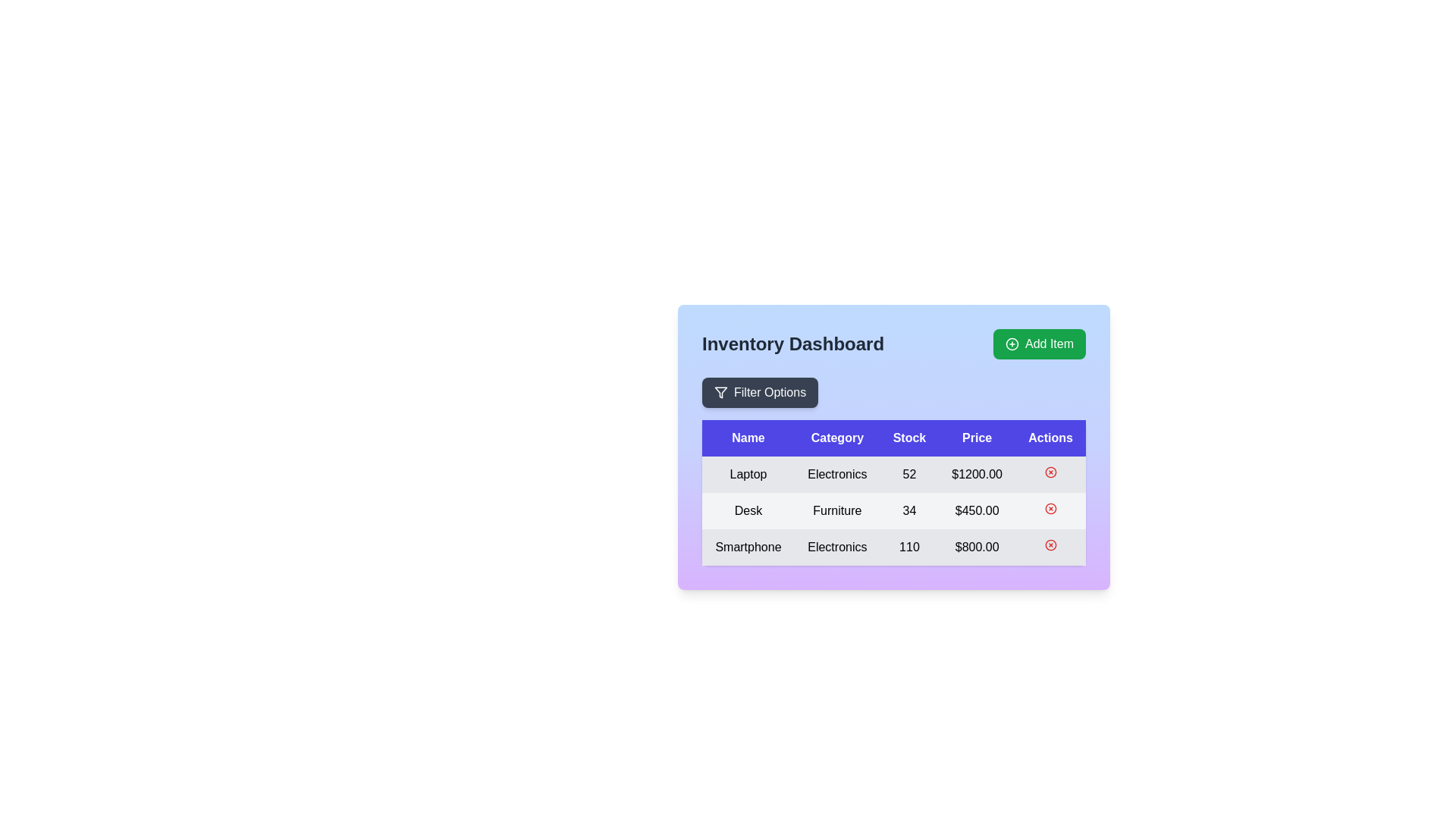 This screenshot has height=819, width=1456. What do you see at coordinates (977, 438) in the screenshot?
I see `the 'Price' column header cell in the data table, which is the fourth column header located between 'Stock' and 'Actions'` at bounding box center [977, 438].